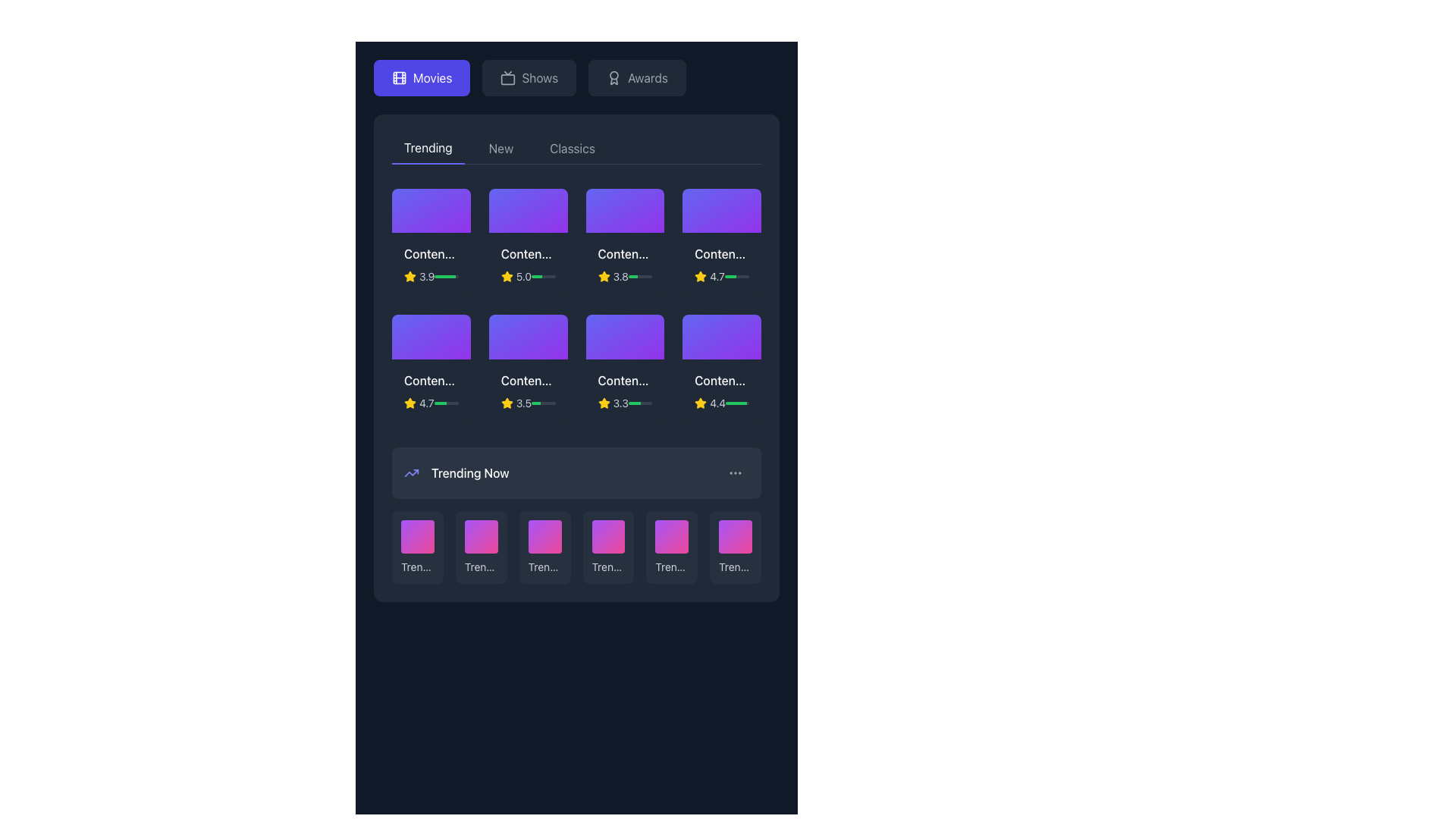 This screenshot has width=1456, height=819. What do you see at coordinates (508, 78) in the screenshot?
I see `the 'Shows' icon in the top navigation bar` at bounding box center [508, 78].